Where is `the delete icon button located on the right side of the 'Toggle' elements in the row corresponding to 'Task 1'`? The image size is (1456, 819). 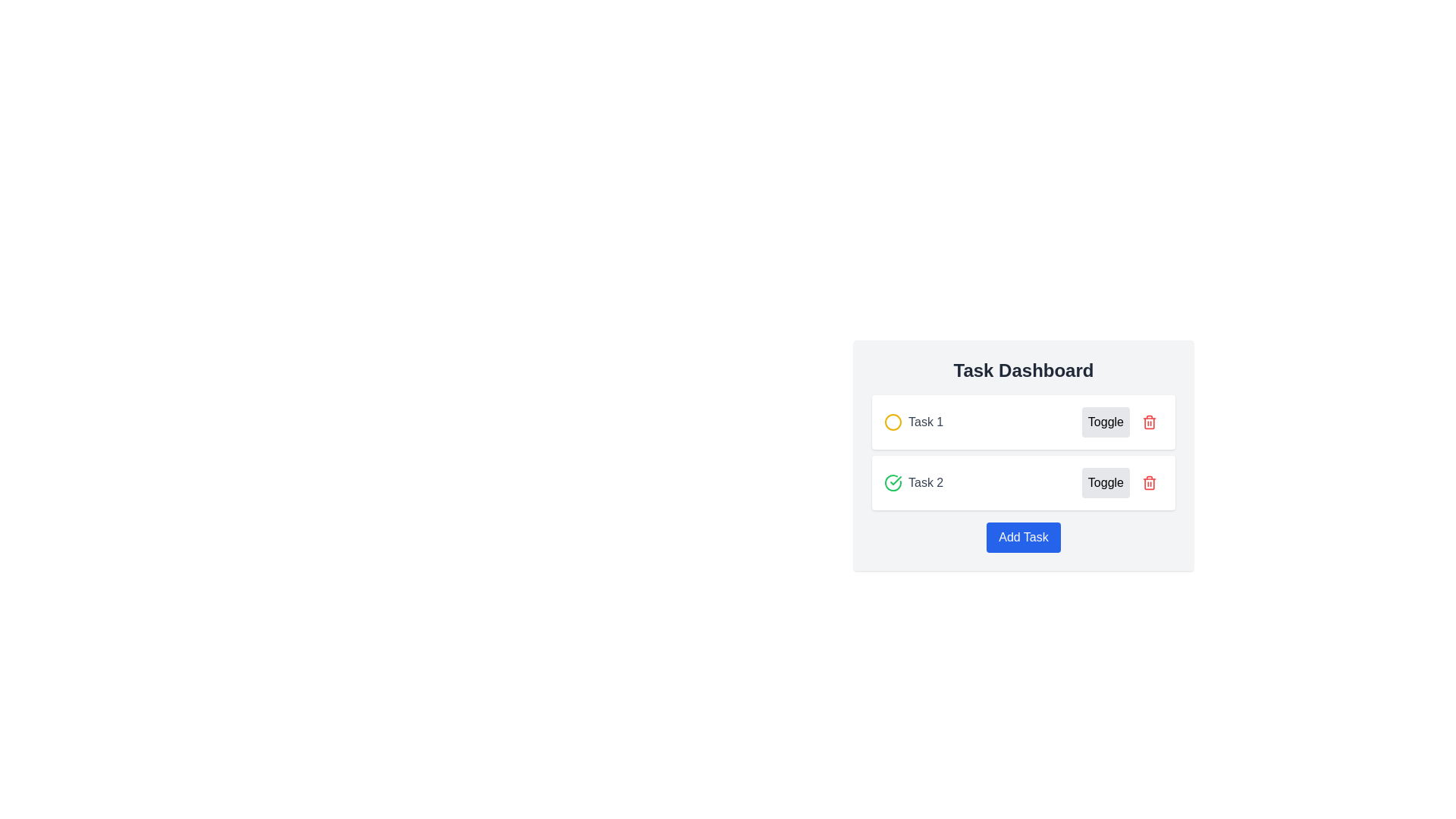 the delete icon button located on the right side of the 'Toggle' elements in the row corresponding to 'Task 1' is located at coordinates (1150, 422).